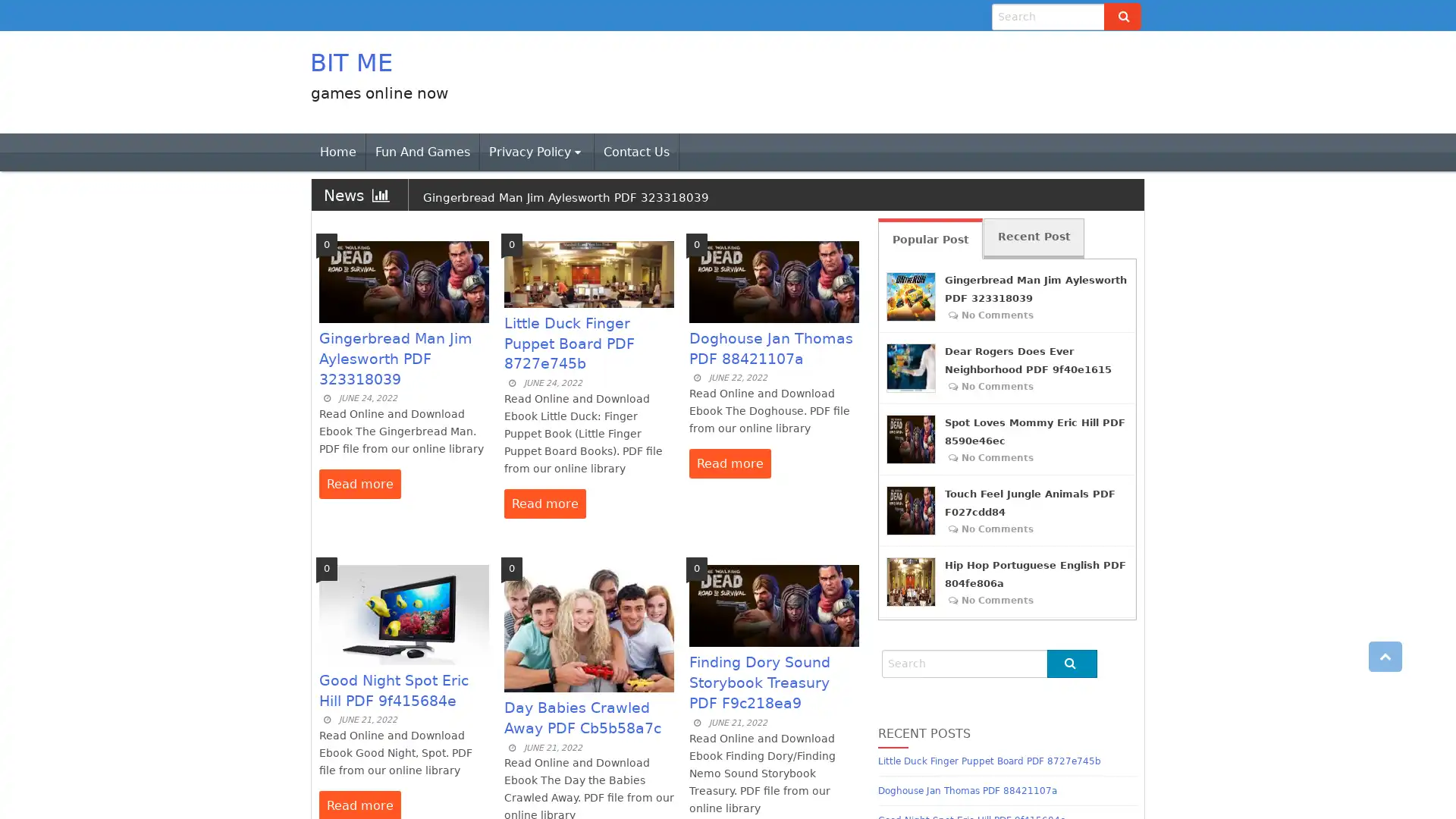 The height and width of the screenshot is (819, 1456). I want to click on Go, so click(1122, 15).